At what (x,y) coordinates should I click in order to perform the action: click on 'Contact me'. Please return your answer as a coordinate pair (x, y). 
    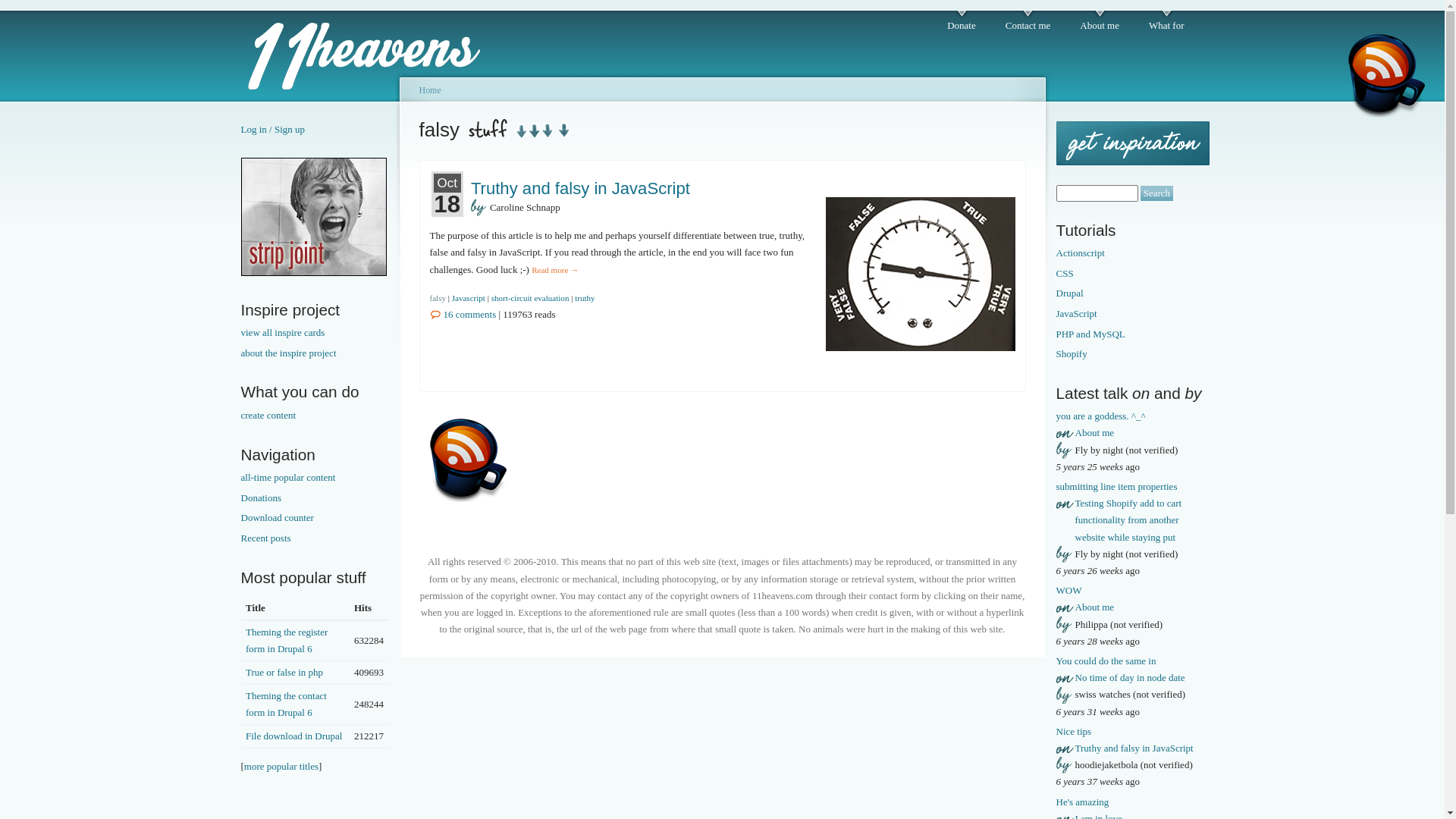
    Looking at the image, I should click on (1028, 22).